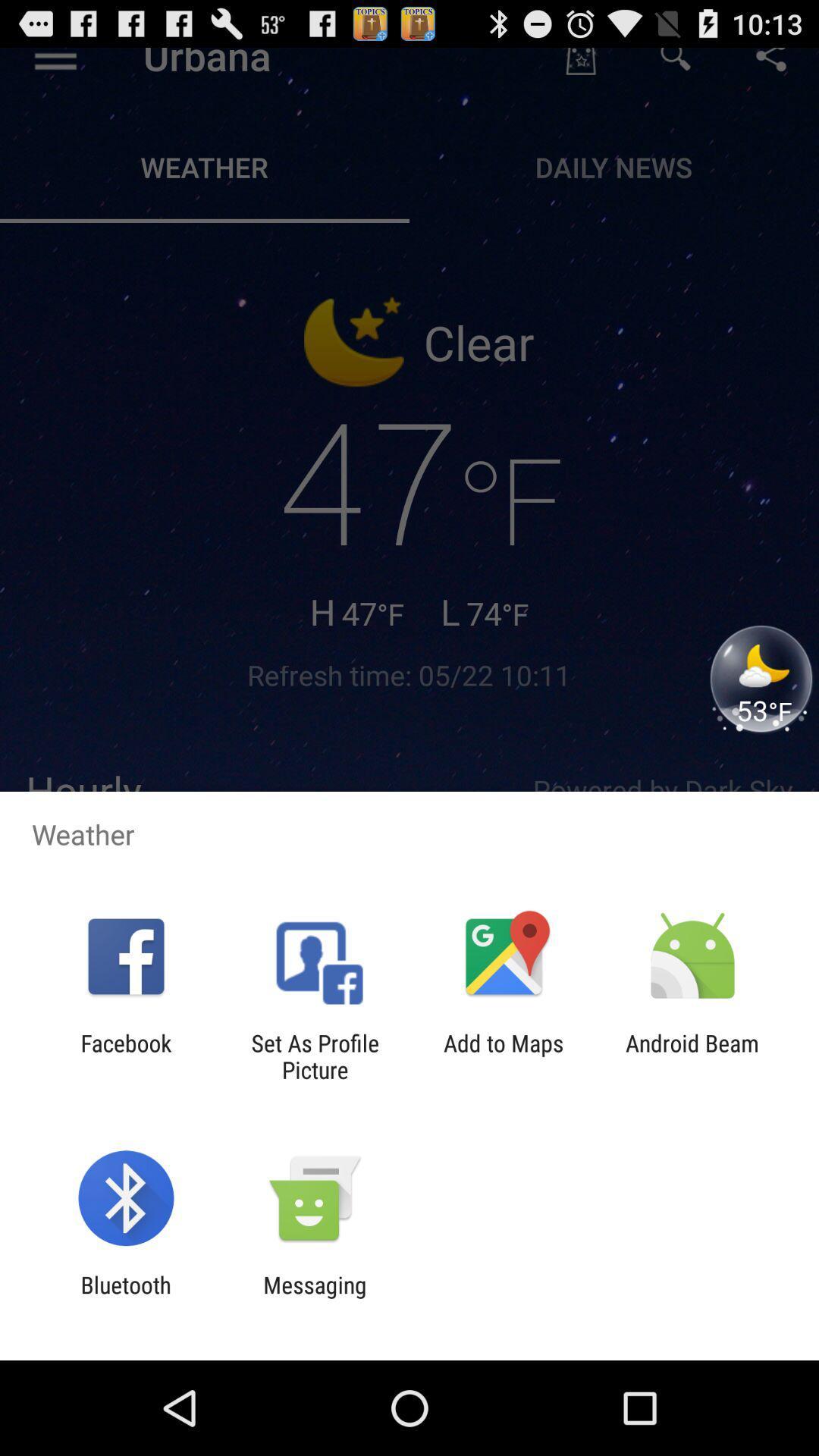 The width and height of the screenshot is (819, 1456). I want to click on the facebook item, so click(125, 1056).